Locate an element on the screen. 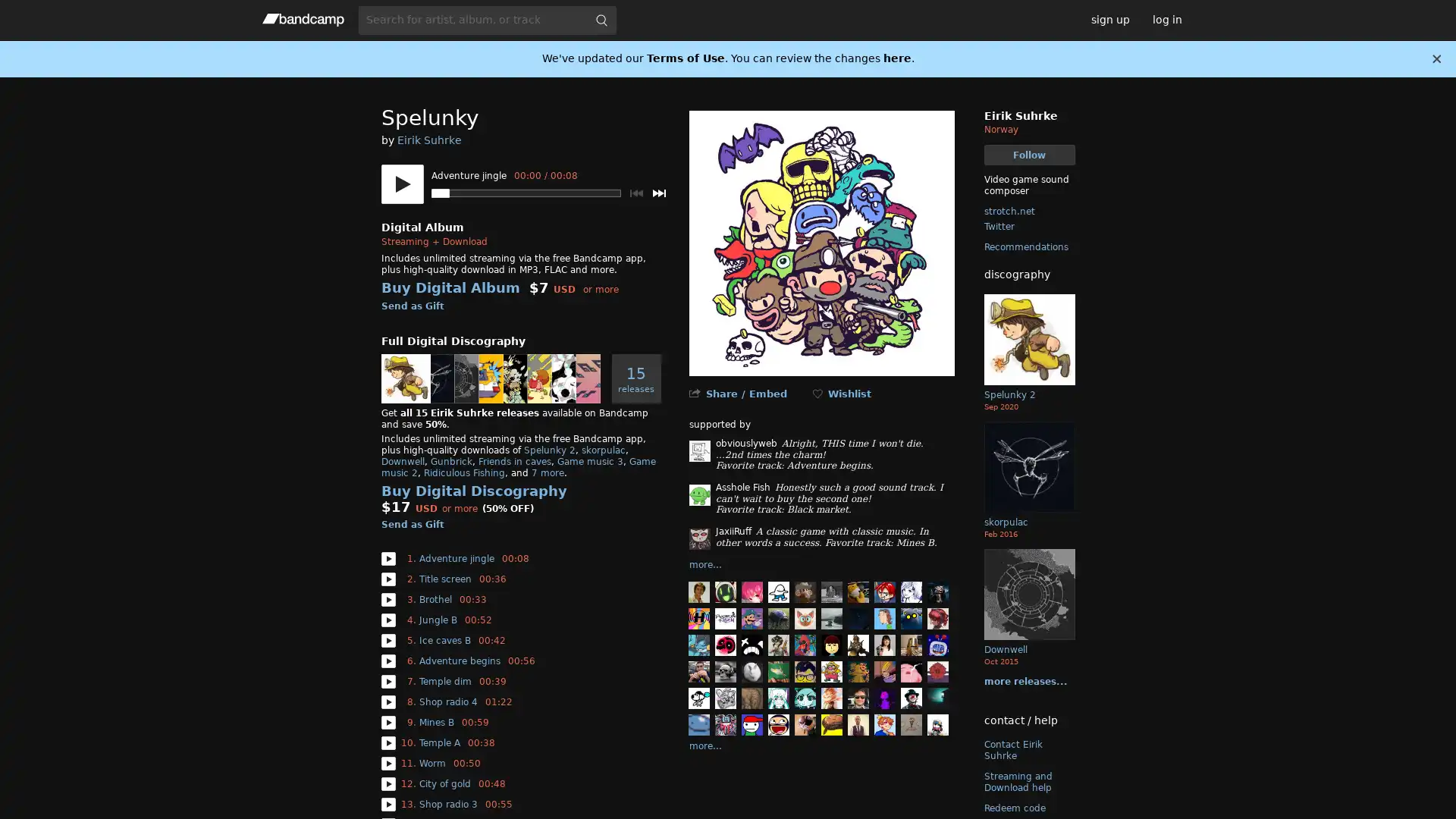 The image size is (1456, 819). Share / Embed is located at coordinates (745, 393).